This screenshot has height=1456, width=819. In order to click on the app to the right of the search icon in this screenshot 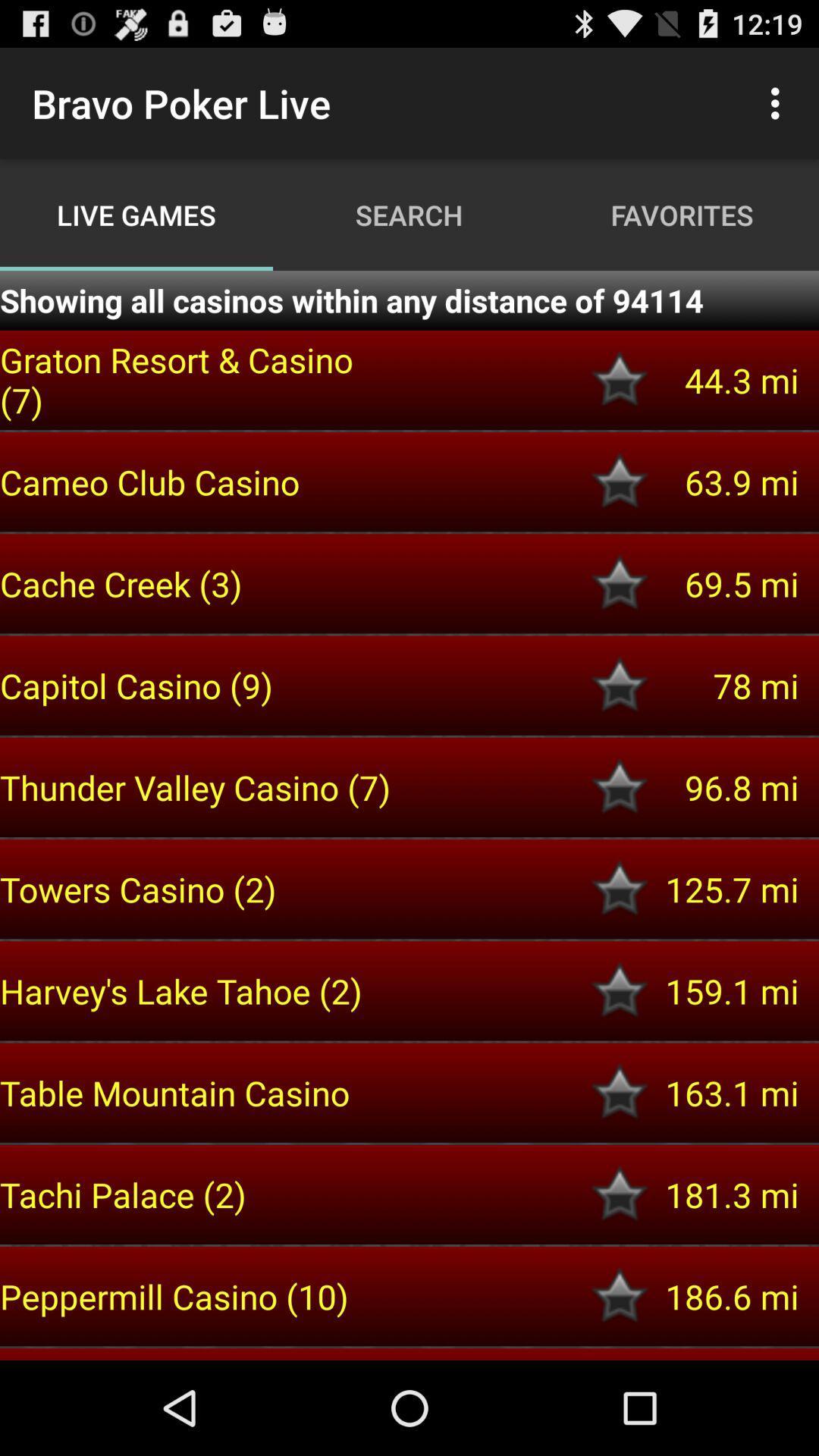, I will do `click(779, 102)`.